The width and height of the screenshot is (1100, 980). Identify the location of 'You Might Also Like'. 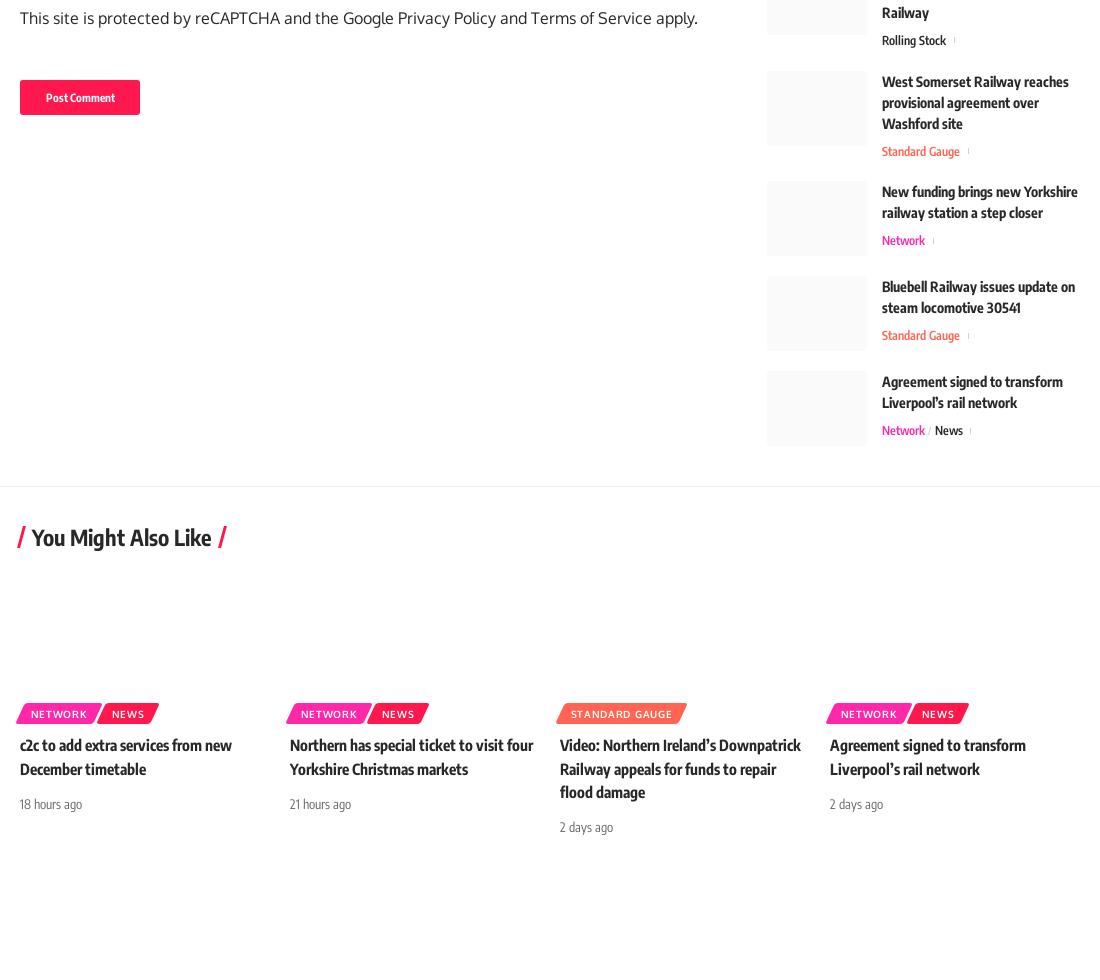
(31, 547).